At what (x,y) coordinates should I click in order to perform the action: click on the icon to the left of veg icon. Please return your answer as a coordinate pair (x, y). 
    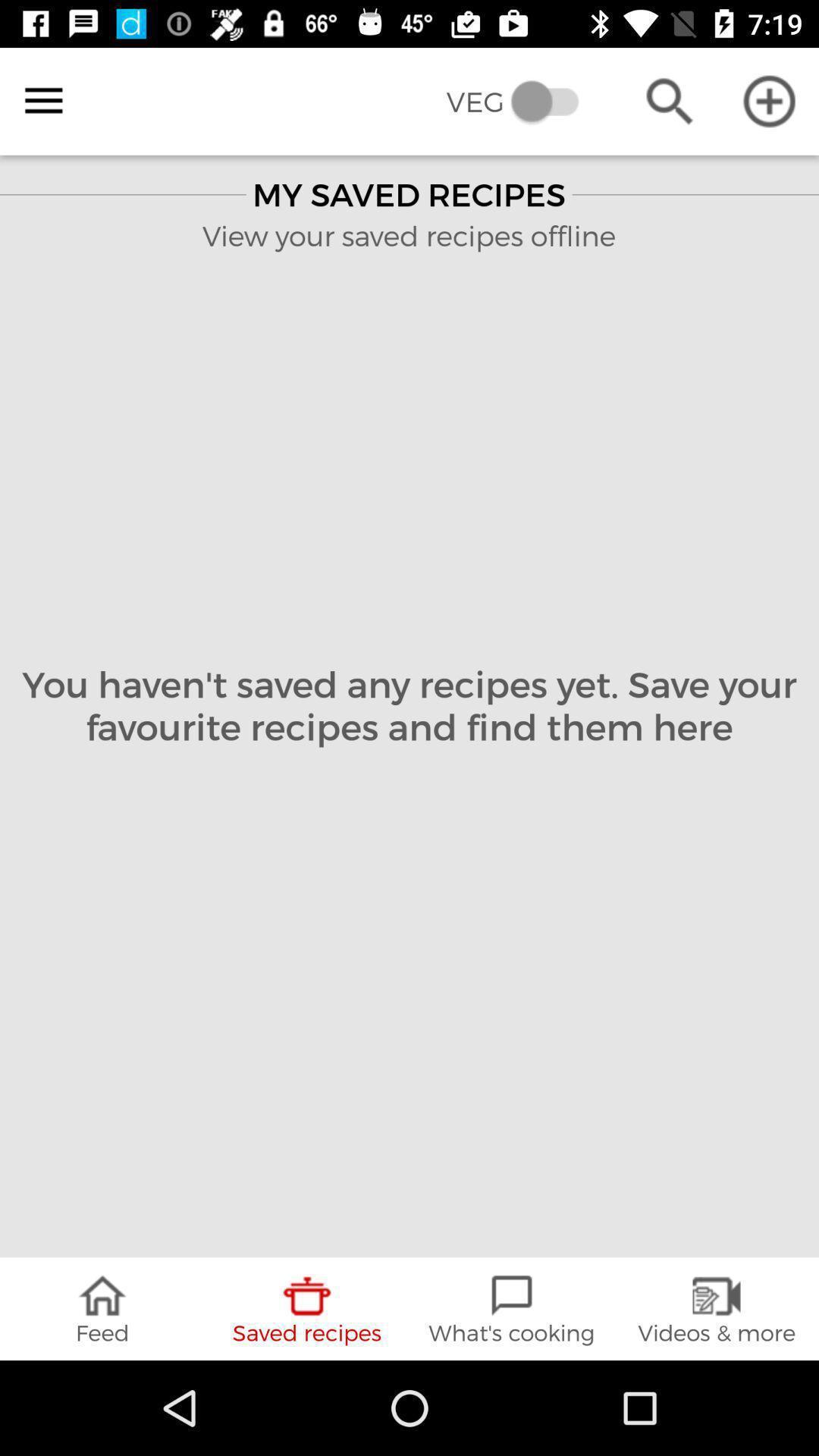
    Looking at the image, I should click on (42, 100).